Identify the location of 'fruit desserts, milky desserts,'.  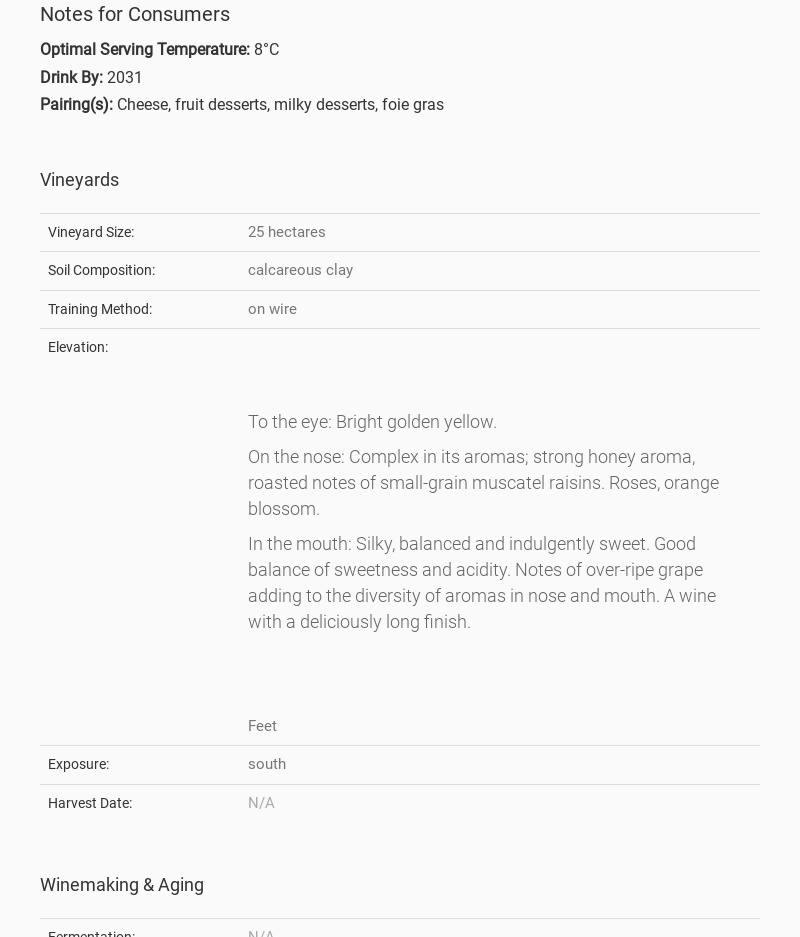
(278, 103).